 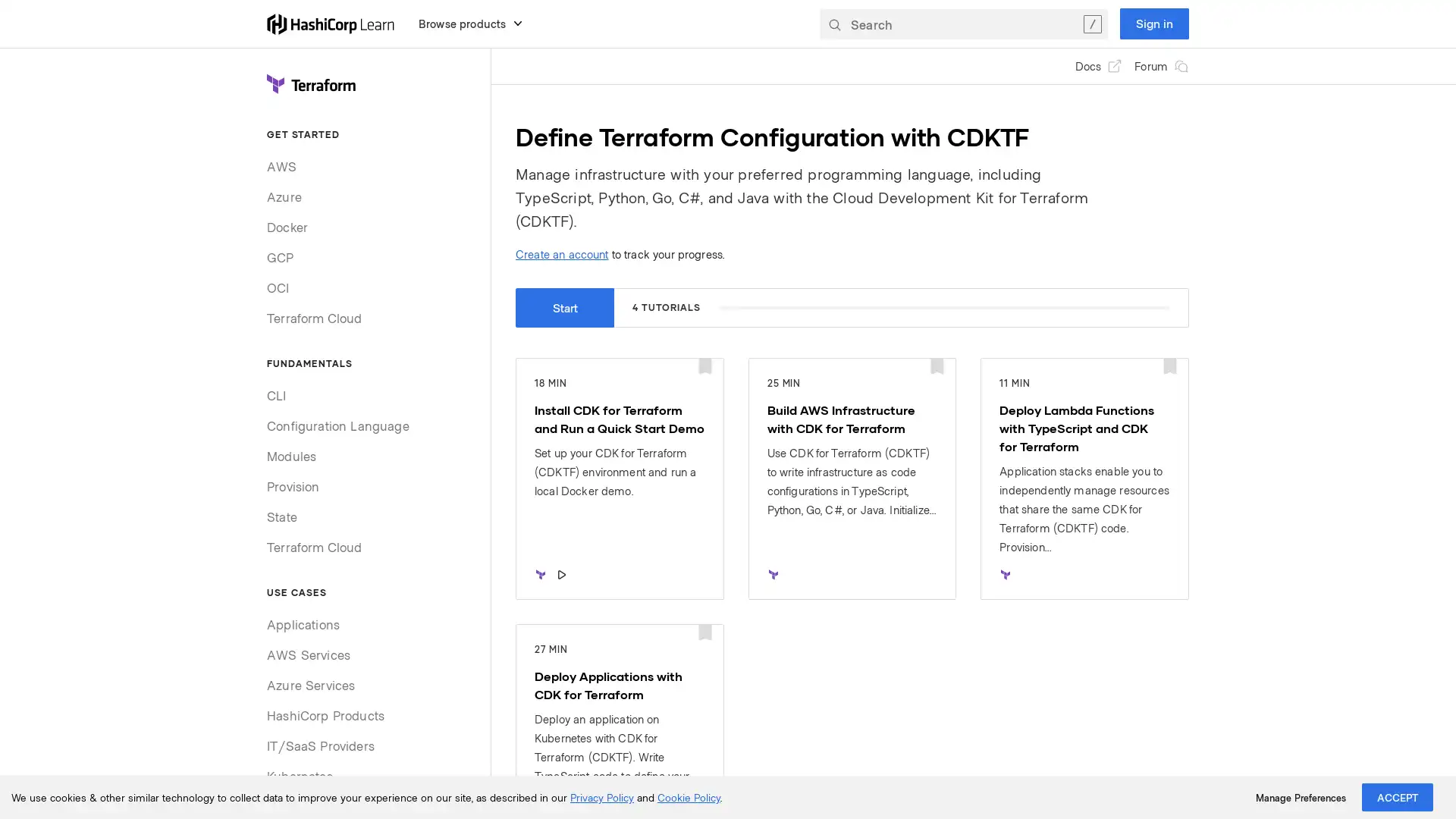 What do you see at coordinates (1153, 23) in the screenshot?
I see `Sign in` at bounding box center [1153, 23].